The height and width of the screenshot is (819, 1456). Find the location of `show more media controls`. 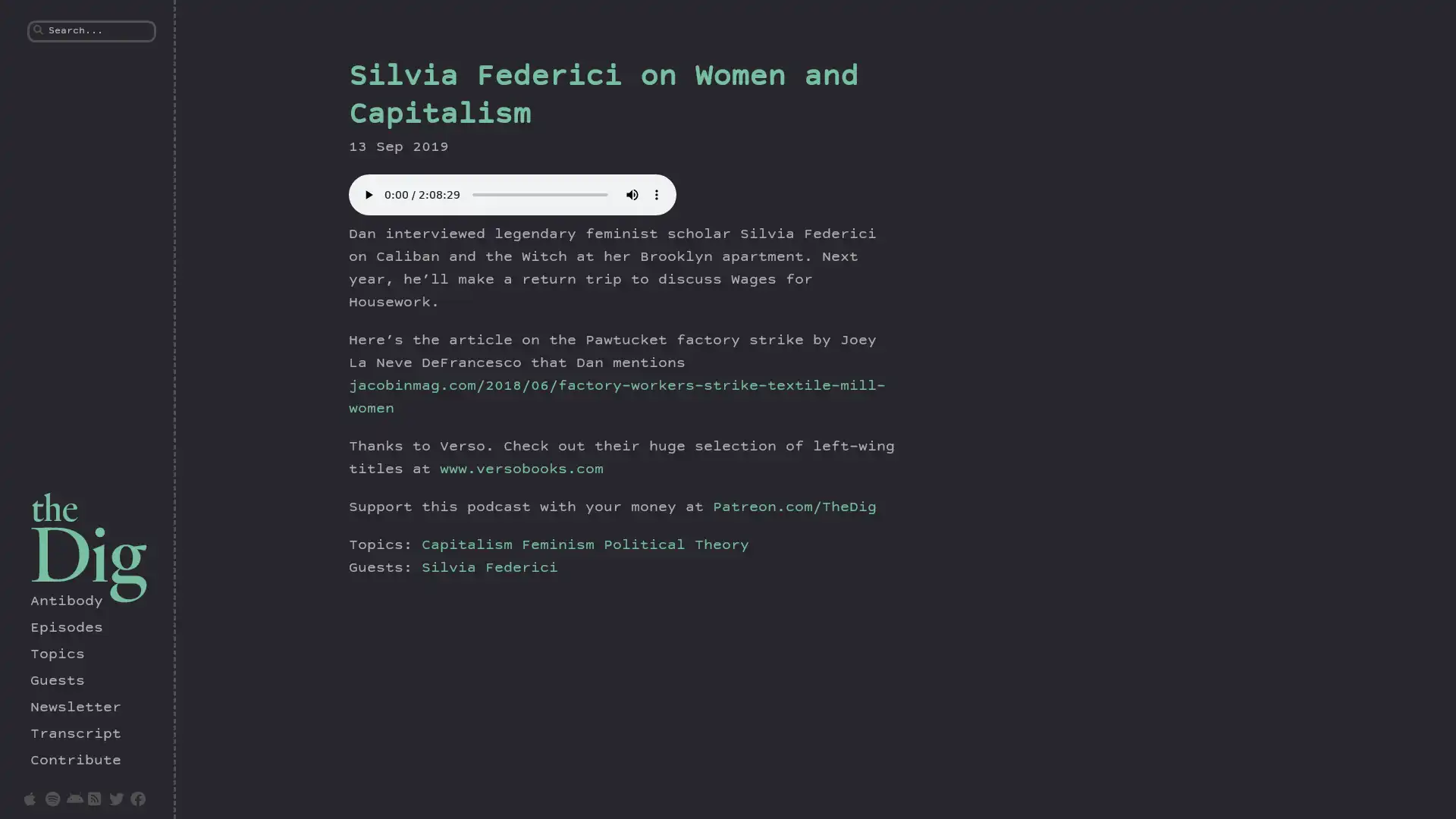

show more media controls is located at coordinates (656, 194).